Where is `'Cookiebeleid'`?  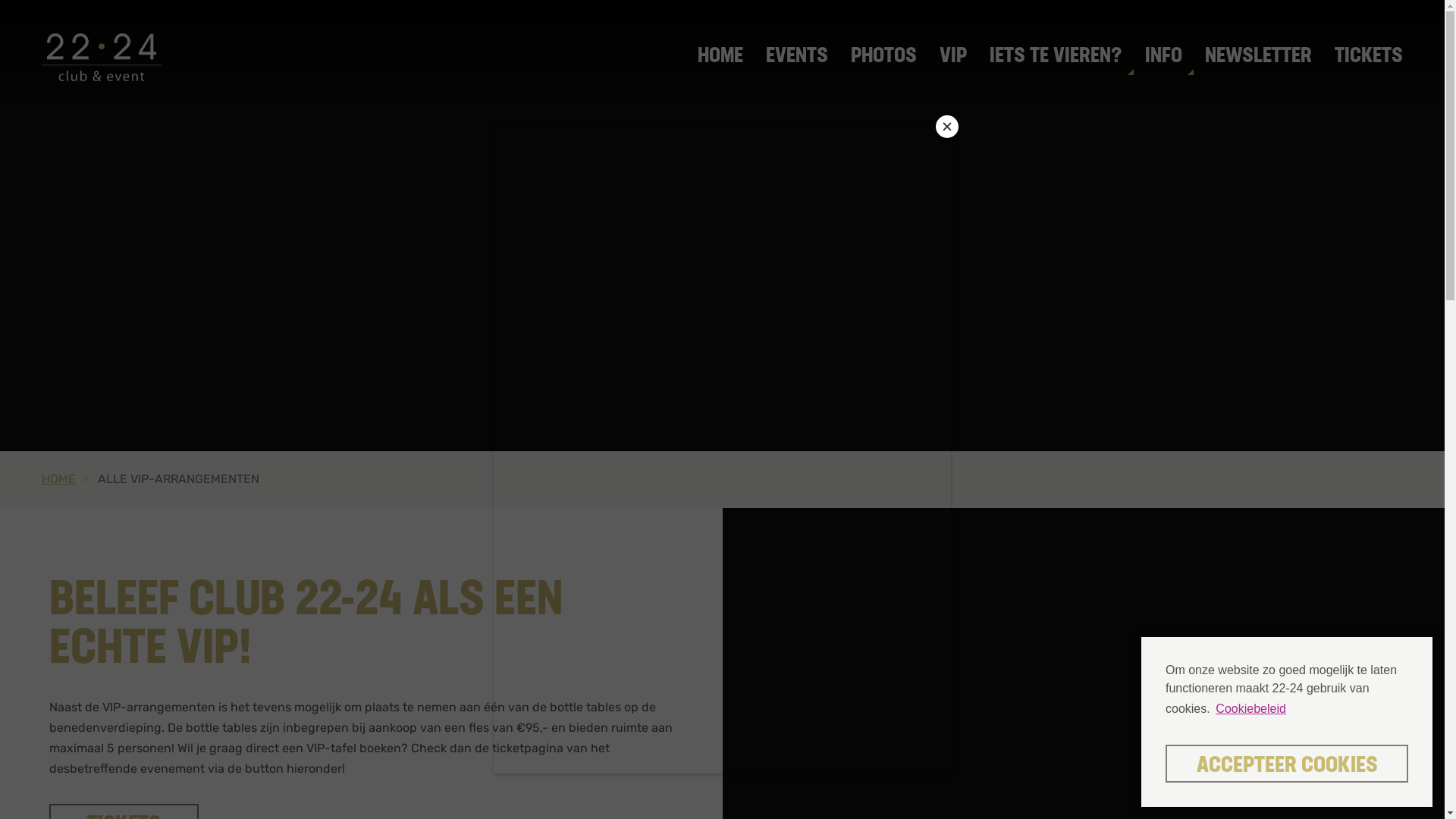
'Cookiebeleid' is located at coordinates (1212, 708).